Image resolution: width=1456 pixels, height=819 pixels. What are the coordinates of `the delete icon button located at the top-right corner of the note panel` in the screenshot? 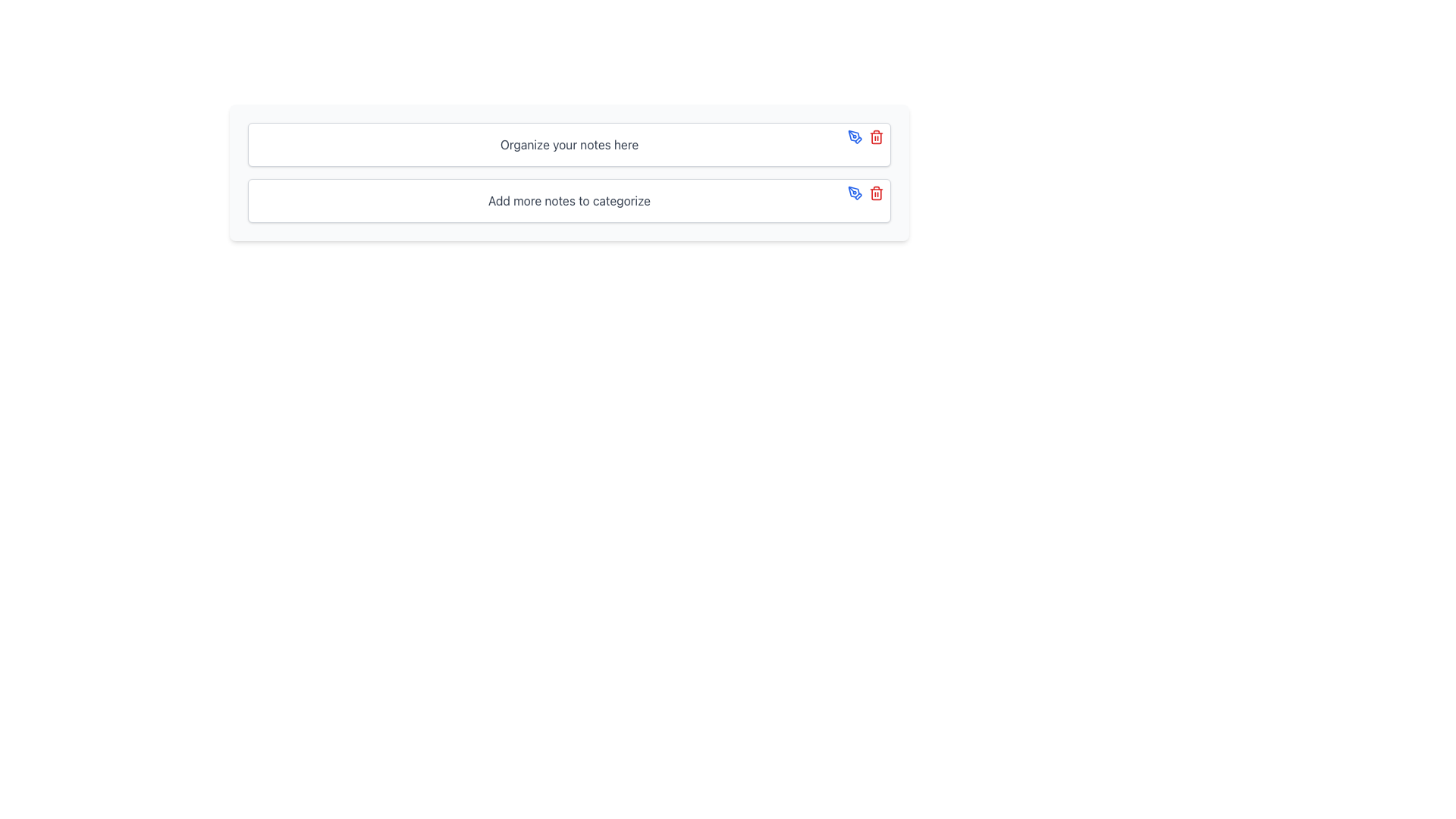 It's located at (877, 137).